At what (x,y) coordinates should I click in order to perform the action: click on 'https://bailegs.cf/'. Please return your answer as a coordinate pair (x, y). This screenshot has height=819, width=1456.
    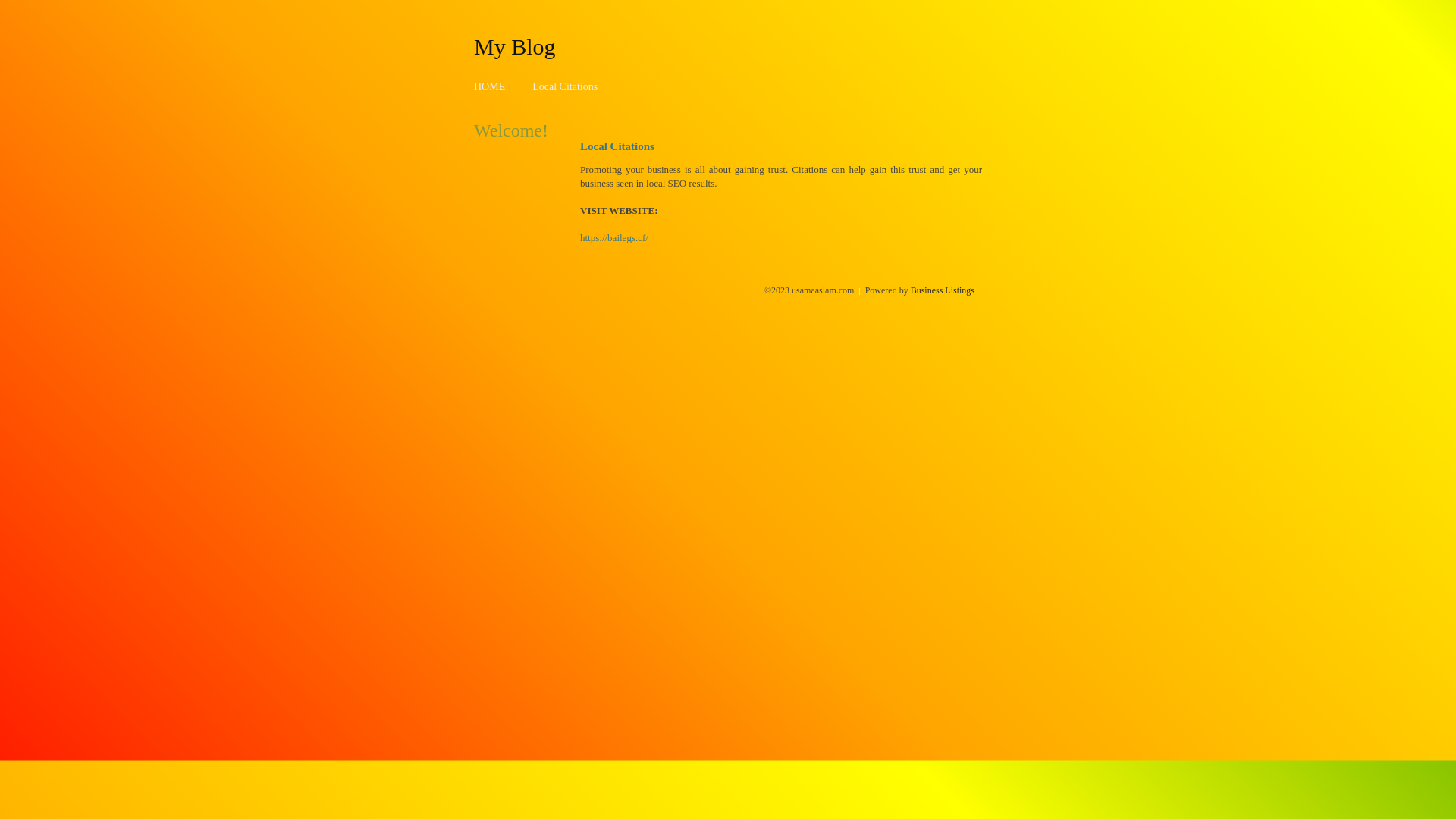
    Looking at the image, I should click on (614, 237).